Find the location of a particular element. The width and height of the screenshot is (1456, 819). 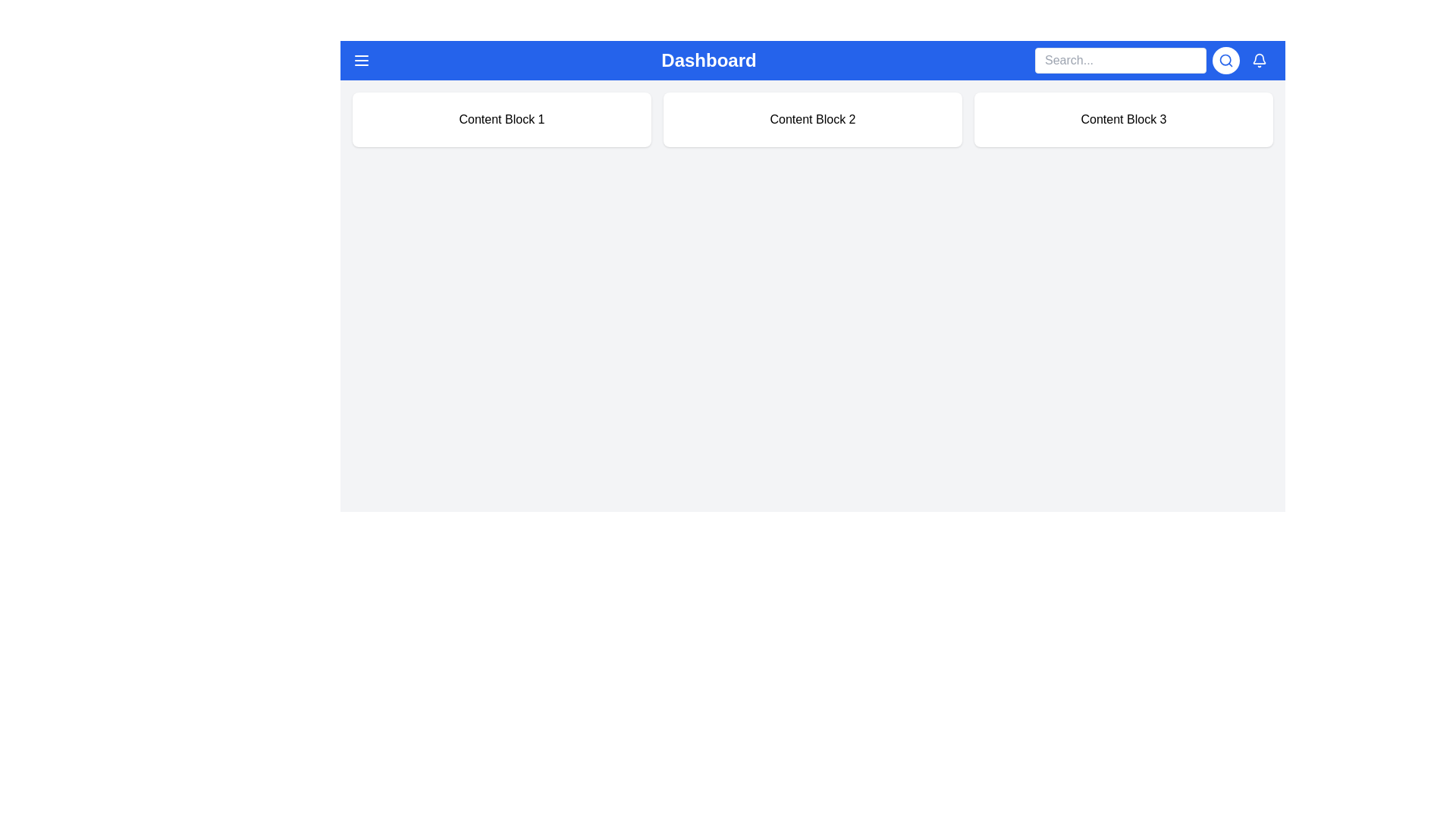

text from the 'Dashboard' static label, which is styled in bold and large font, located at the center top of the interface is located at coordinates (708, 60).